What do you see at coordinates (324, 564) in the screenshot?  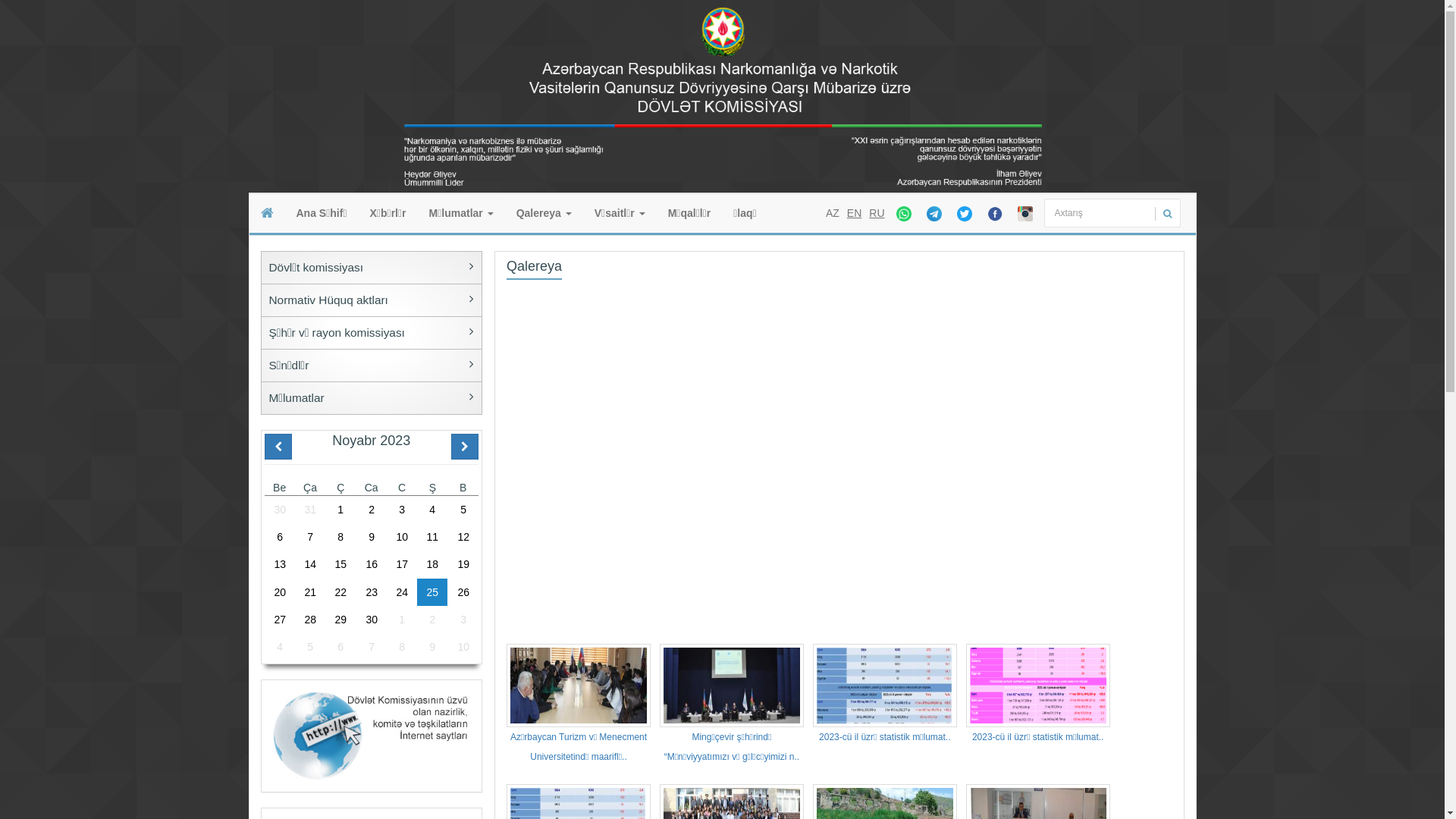 I see `'15'` at bounding box center [324, 564].